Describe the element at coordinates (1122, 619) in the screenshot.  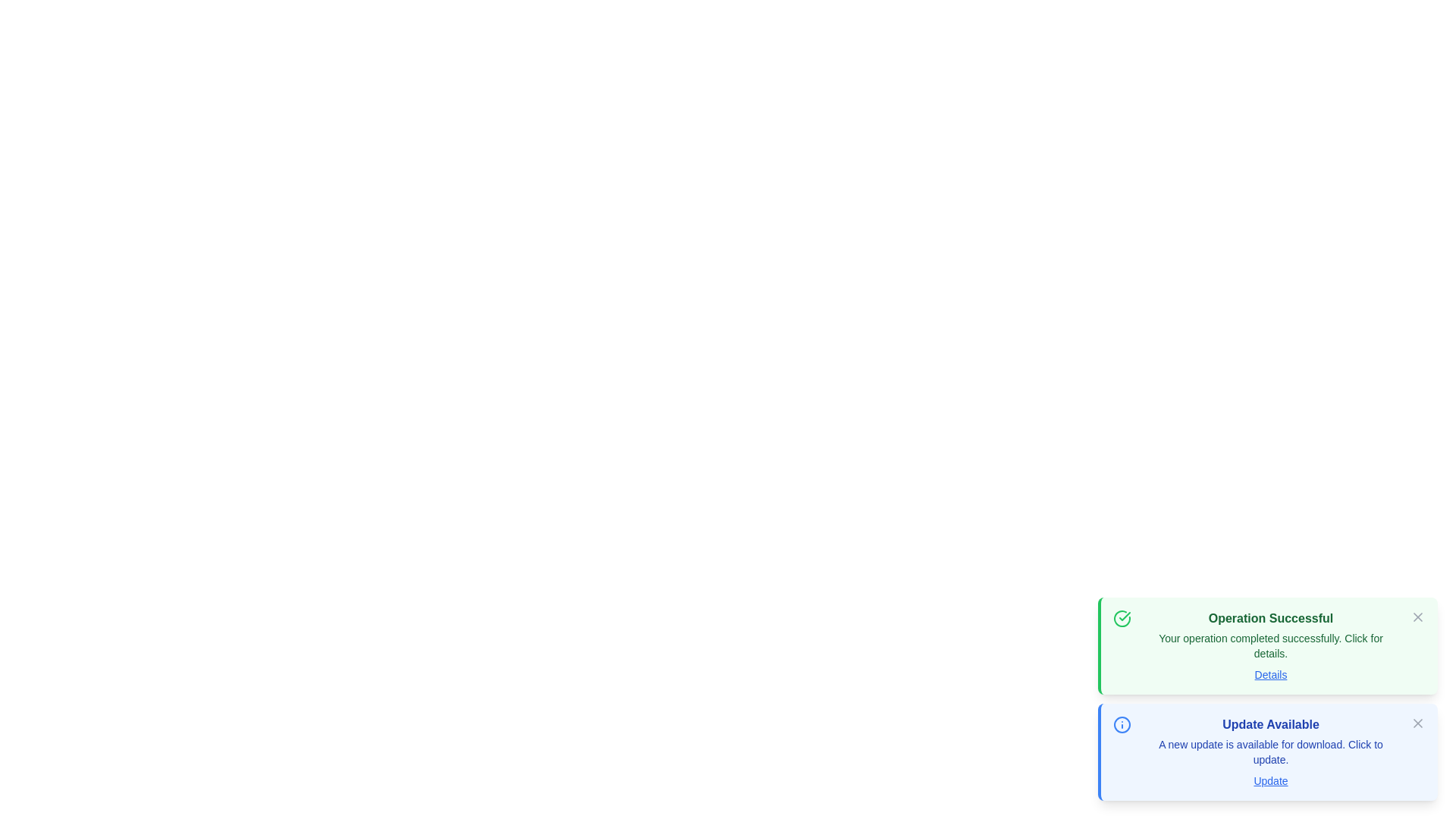
I see `the green circular icon with a tick inside, located to the left of the 'Operation Successful' text in the notification area` at that location.